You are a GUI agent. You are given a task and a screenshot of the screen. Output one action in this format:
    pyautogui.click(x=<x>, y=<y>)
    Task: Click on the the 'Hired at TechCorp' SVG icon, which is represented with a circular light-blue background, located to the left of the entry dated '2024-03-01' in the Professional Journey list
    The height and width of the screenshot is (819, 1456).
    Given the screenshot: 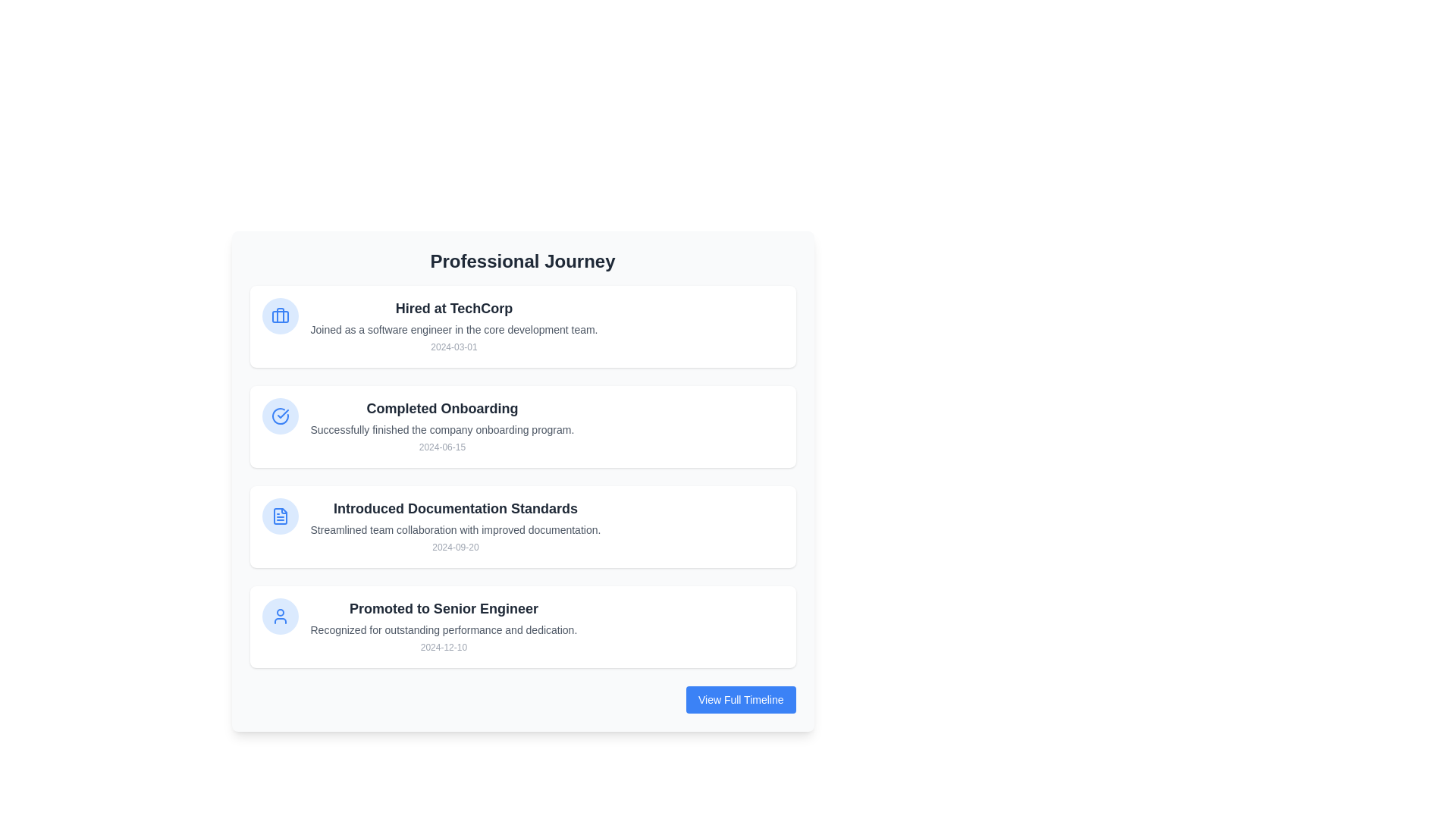 What is the action you would take?
    pyautogui.click(x=280, y=315)
    